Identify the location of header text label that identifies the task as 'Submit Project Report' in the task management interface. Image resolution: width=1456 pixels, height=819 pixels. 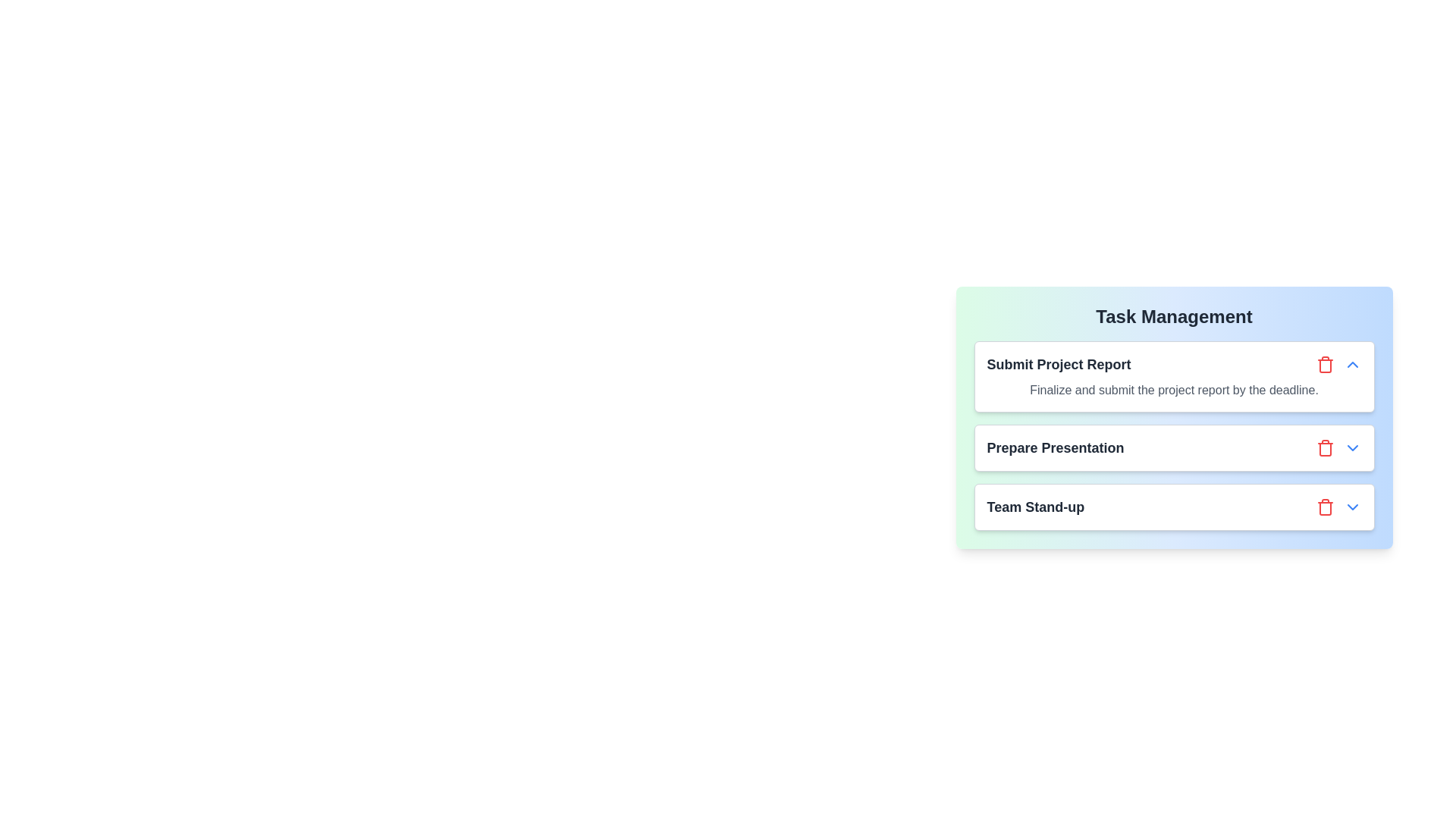
(1058, 365).